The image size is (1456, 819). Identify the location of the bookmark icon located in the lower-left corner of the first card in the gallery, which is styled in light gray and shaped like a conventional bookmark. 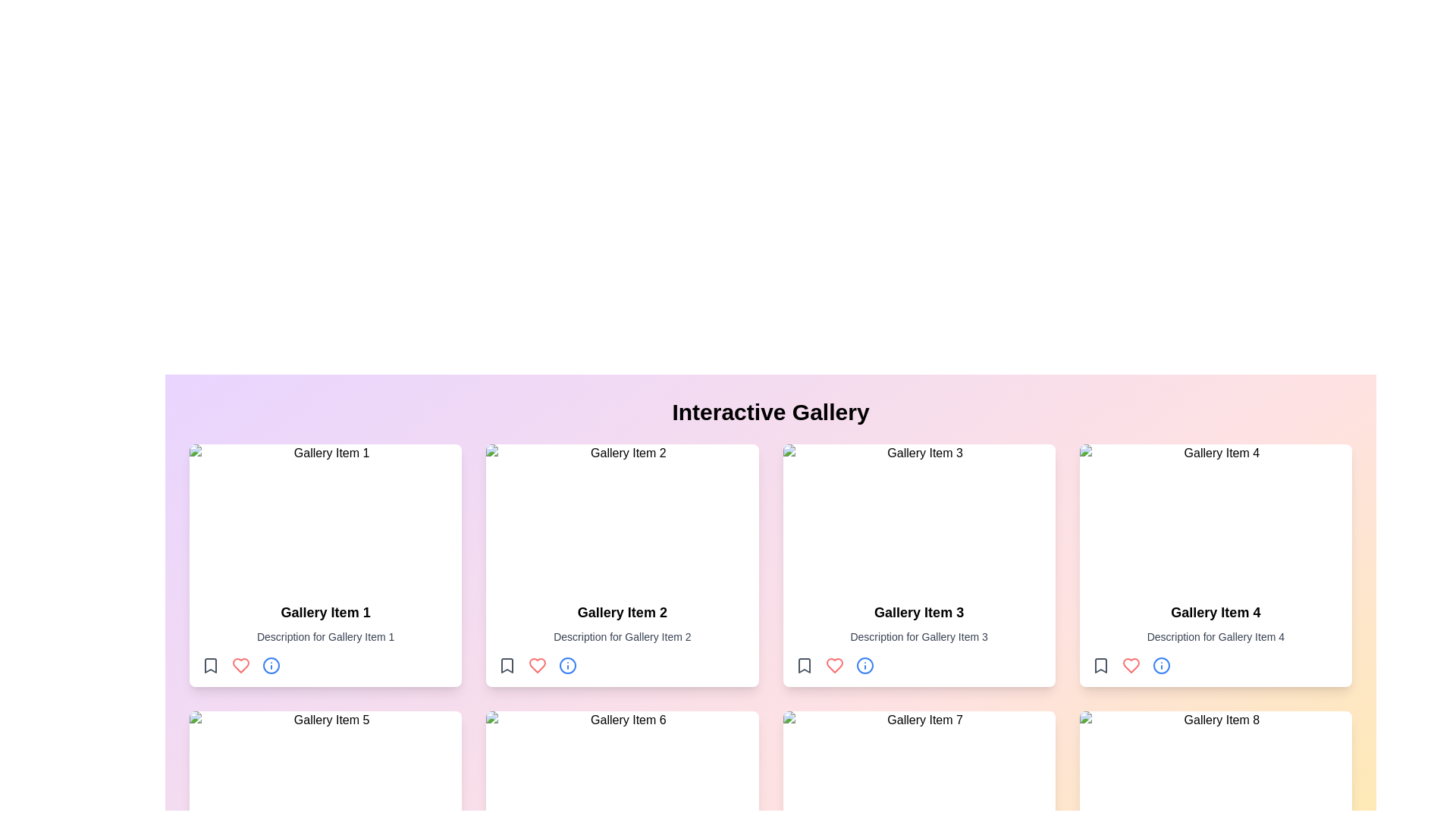
(210, 665).